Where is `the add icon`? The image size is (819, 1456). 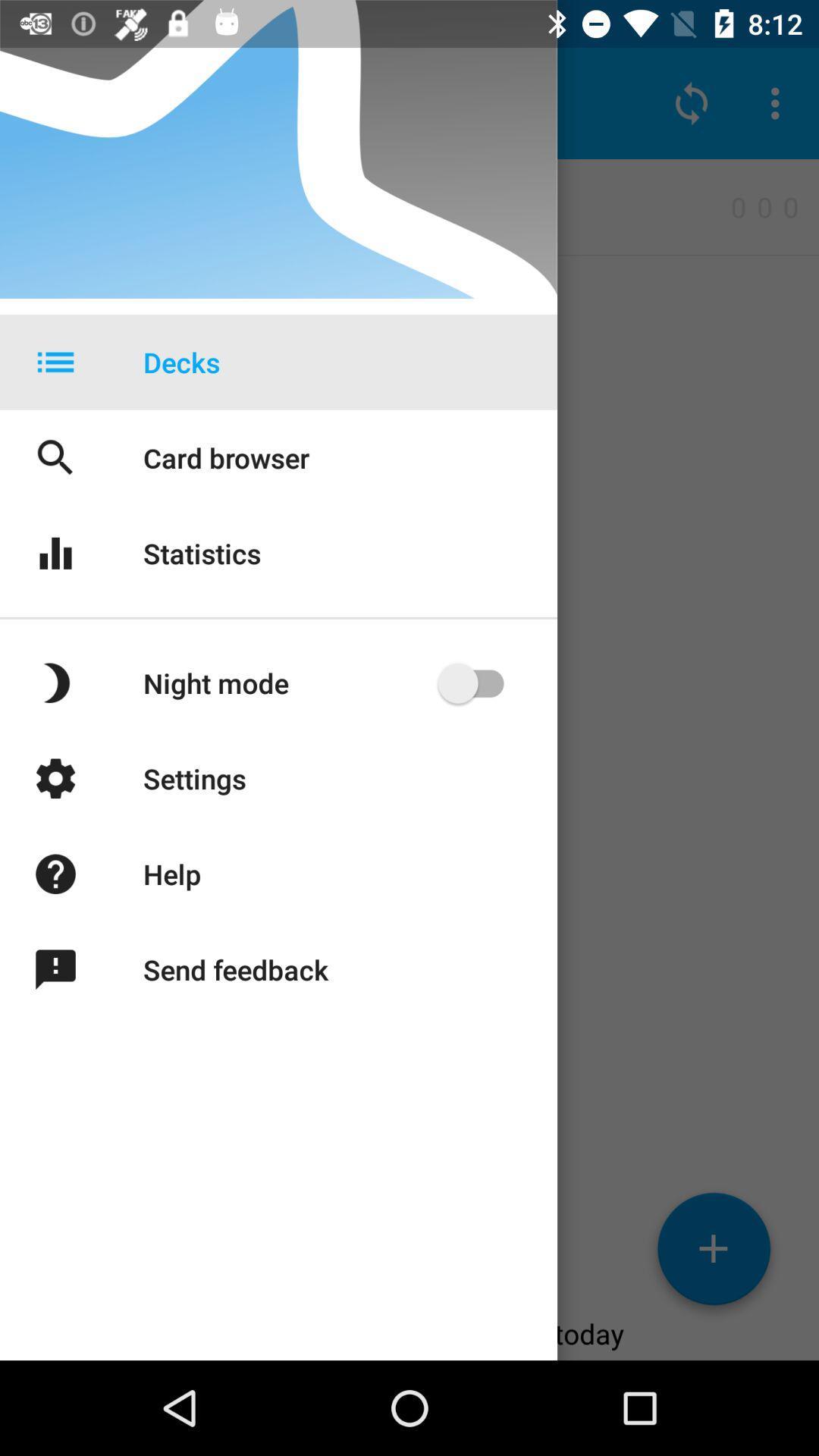
the add icon is located at coordinates (714, 1254).